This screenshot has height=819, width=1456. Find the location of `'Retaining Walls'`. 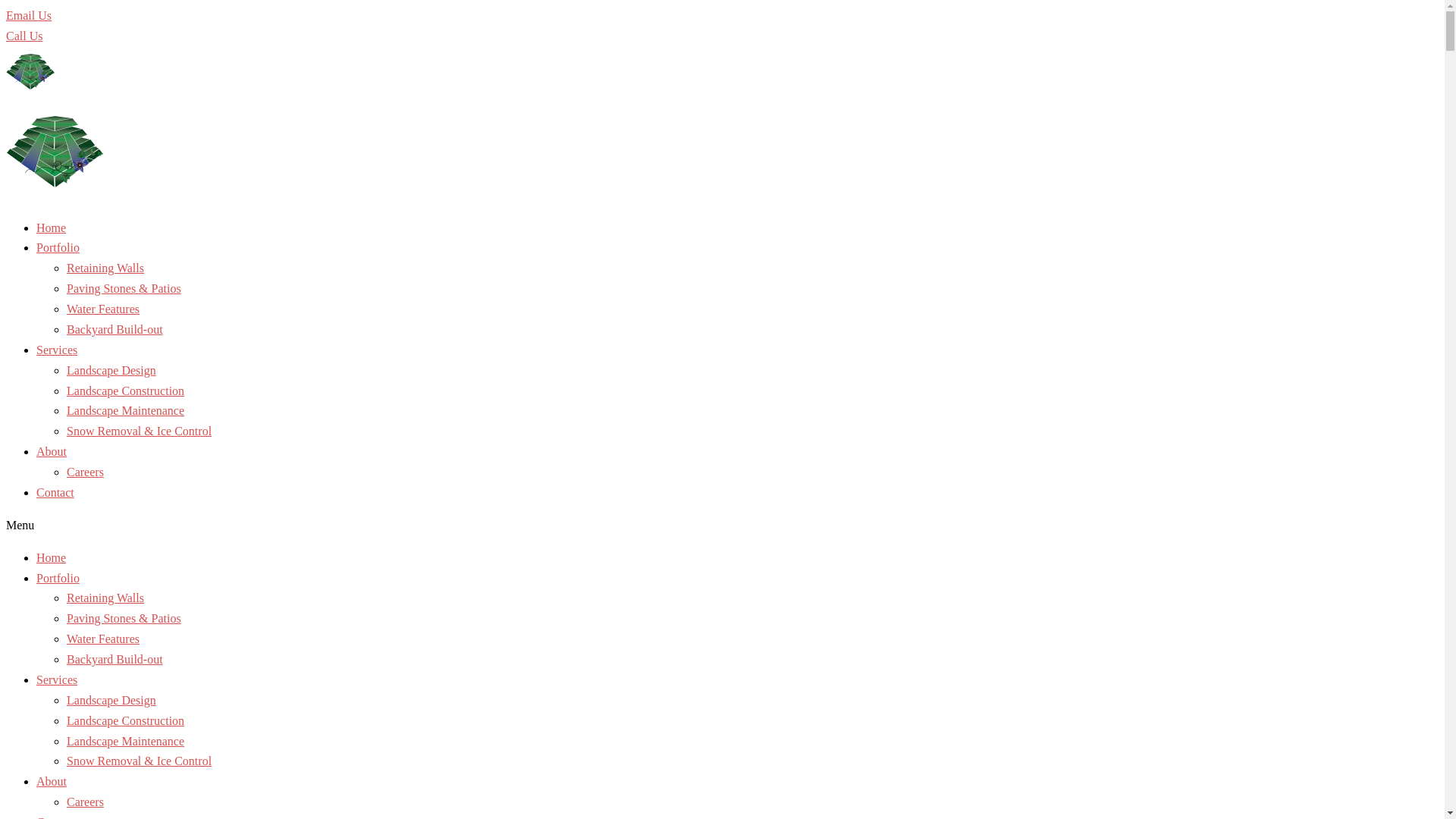

'Retaining Walls' is located at coordinates (65, 267).